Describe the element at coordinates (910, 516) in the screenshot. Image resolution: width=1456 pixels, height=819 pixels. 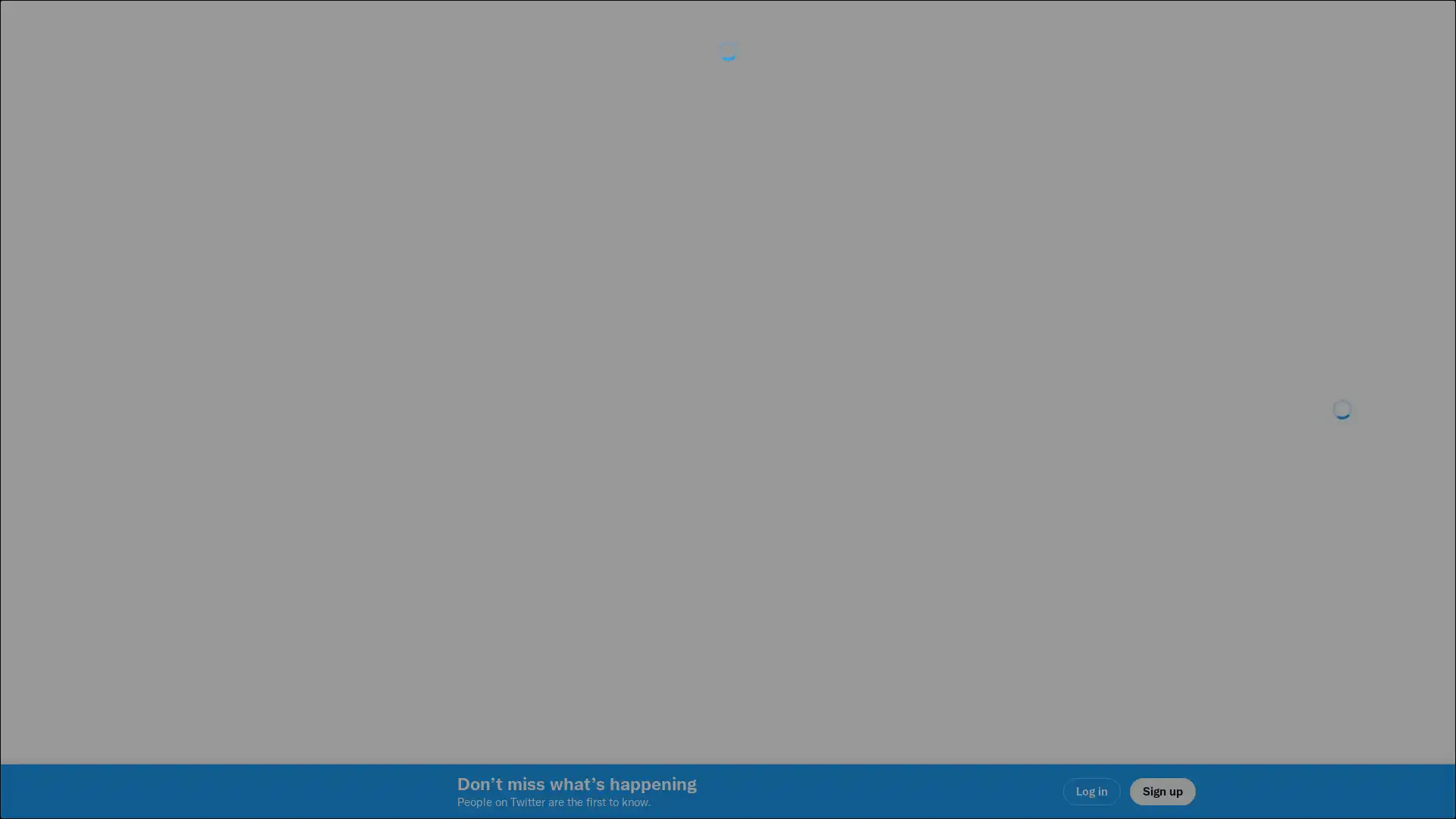
I see `Log in` at that location.